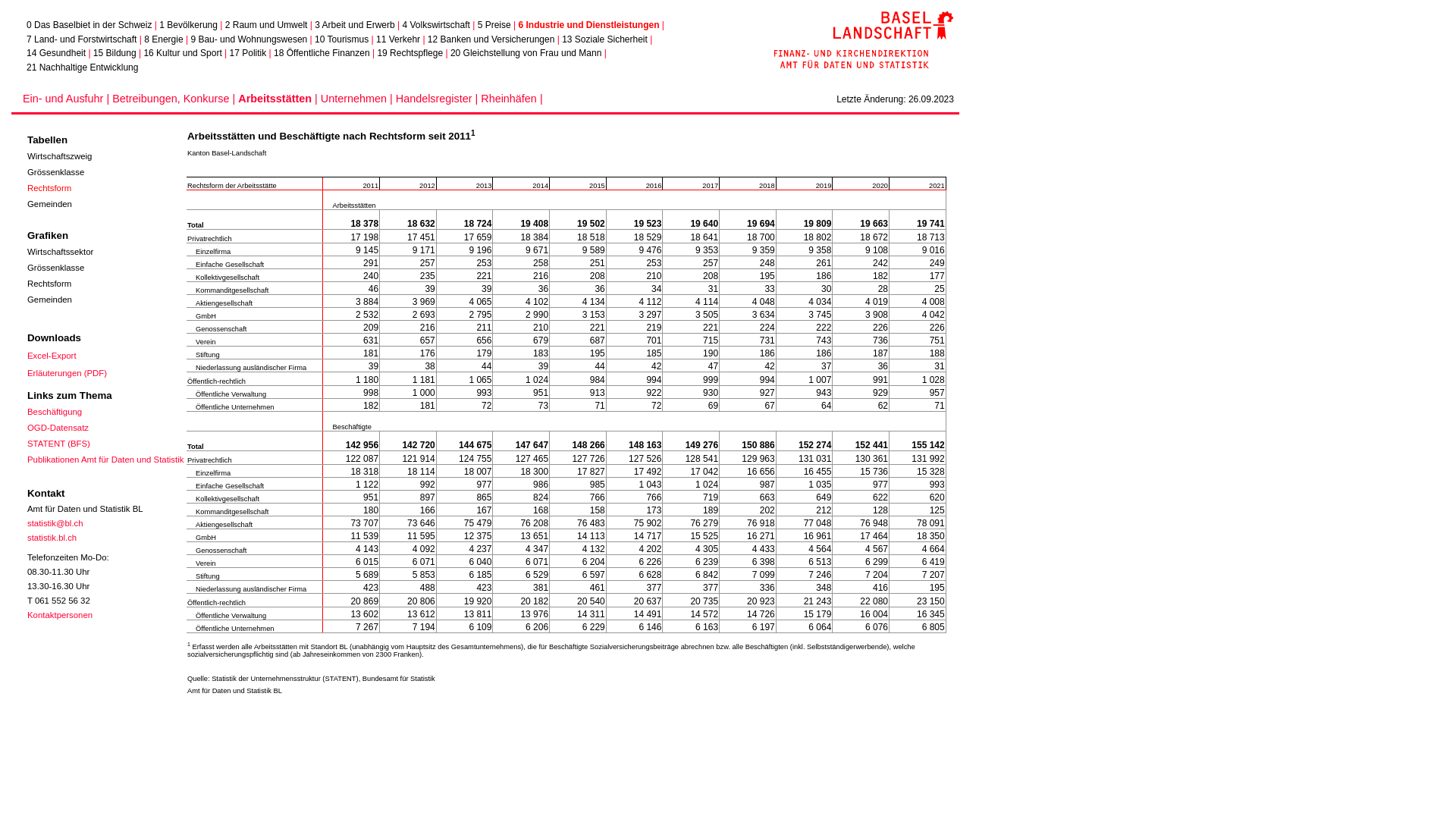  I want to click on 'Betreibungen, Konkurse |', so click(111, 99).